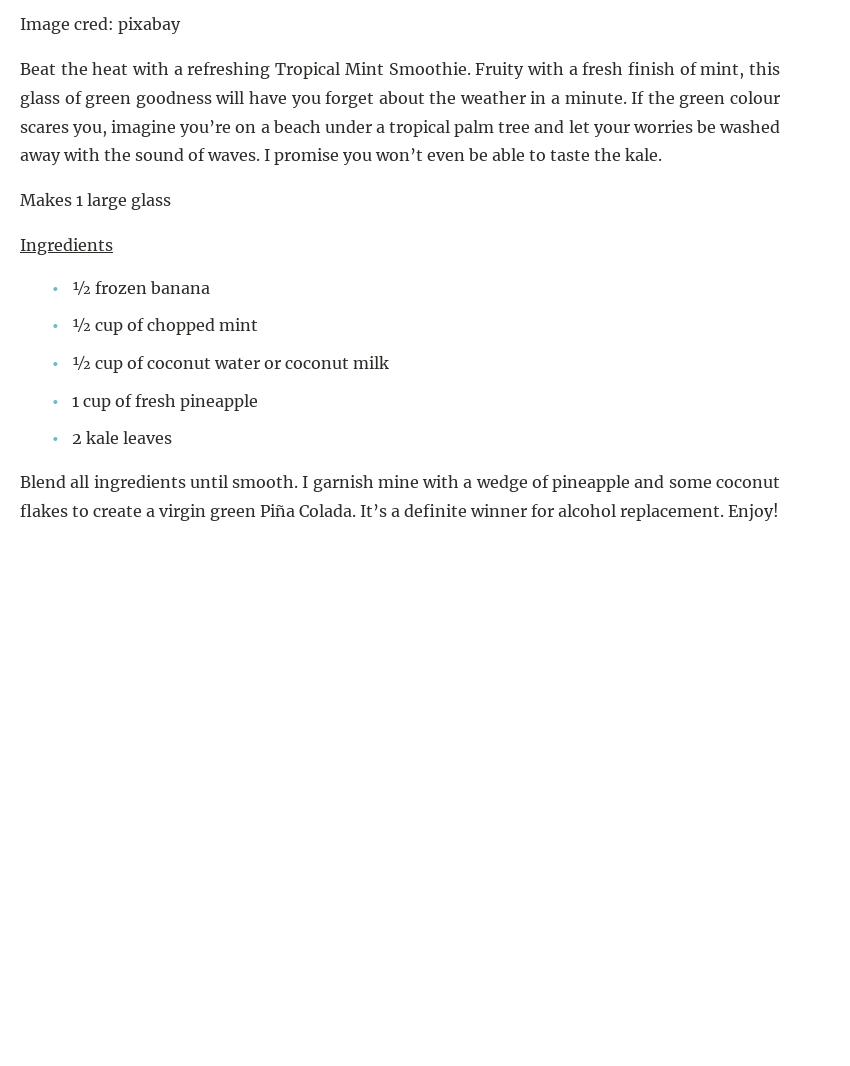  I want to click on '1 cup of fresh pineapple', so click(164, 399).